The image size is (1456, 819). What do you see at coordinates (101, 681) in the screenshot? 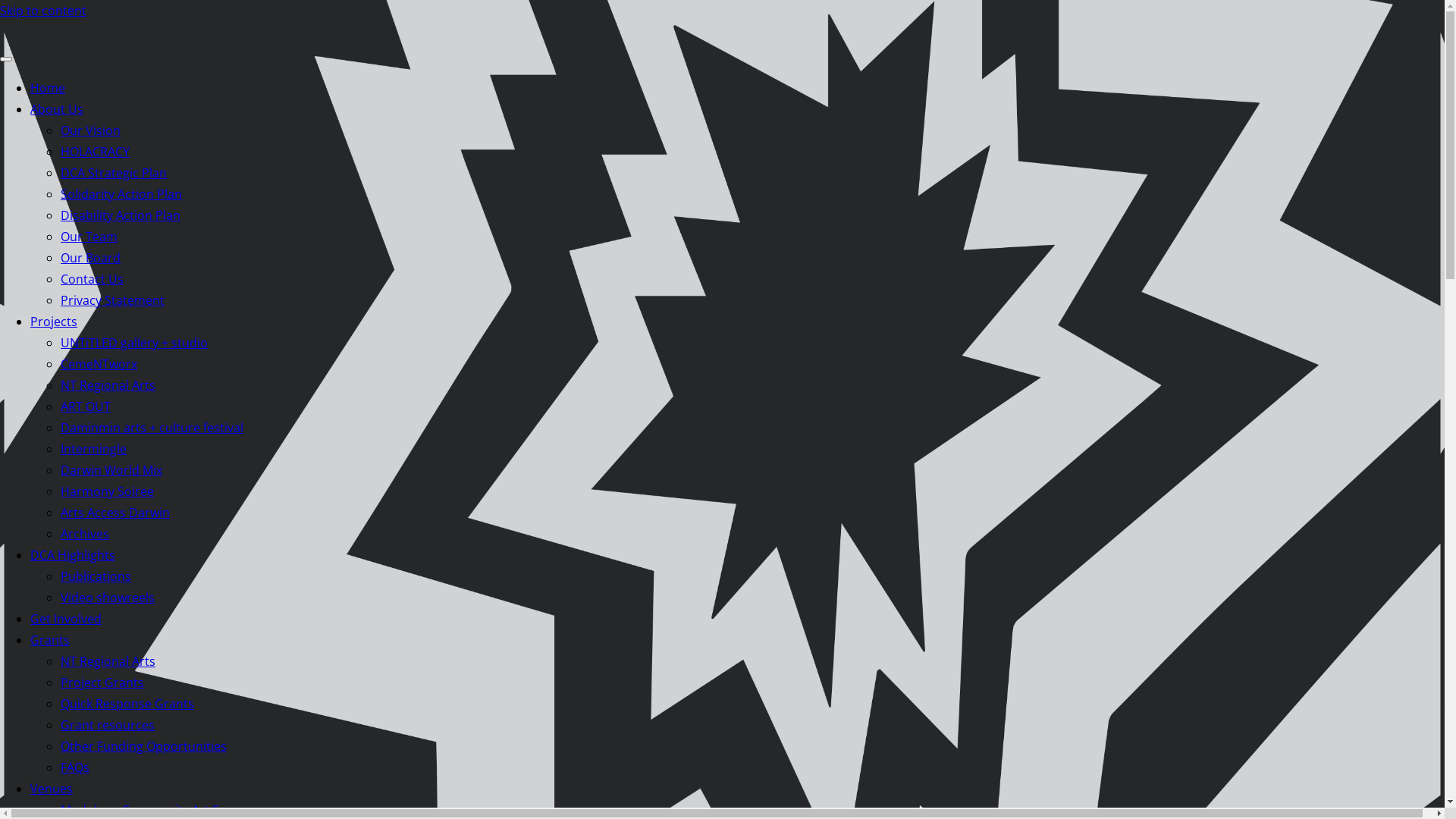
I see `'Project Grants'` at bounding box center [101, 681].